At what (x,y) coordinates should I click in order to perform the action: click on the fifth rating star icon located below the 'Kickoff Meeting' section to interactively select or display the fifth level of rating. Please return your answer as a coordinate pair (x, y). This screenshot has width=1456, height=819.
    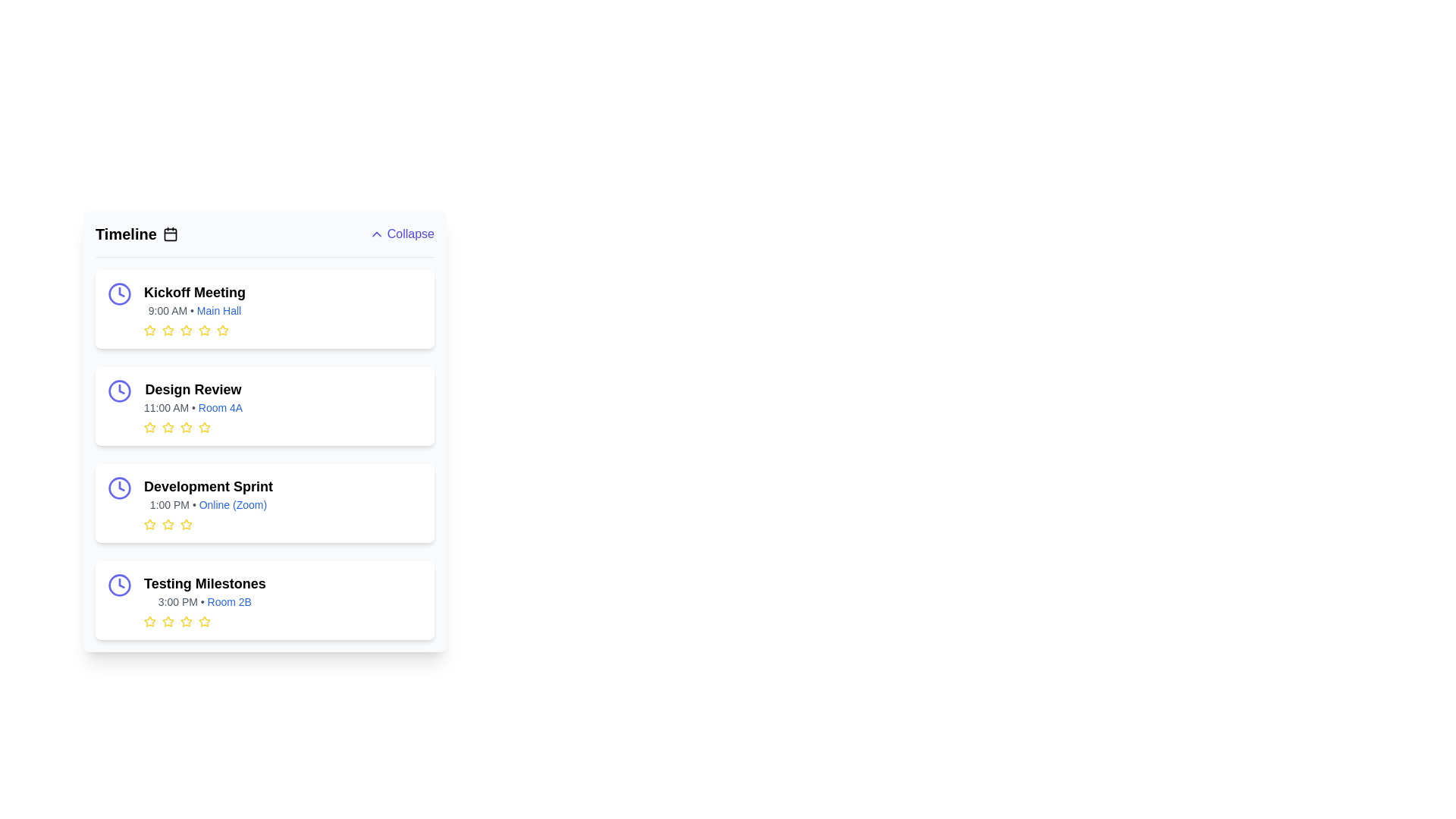
    Looking at the image, I should click on (185, 329).